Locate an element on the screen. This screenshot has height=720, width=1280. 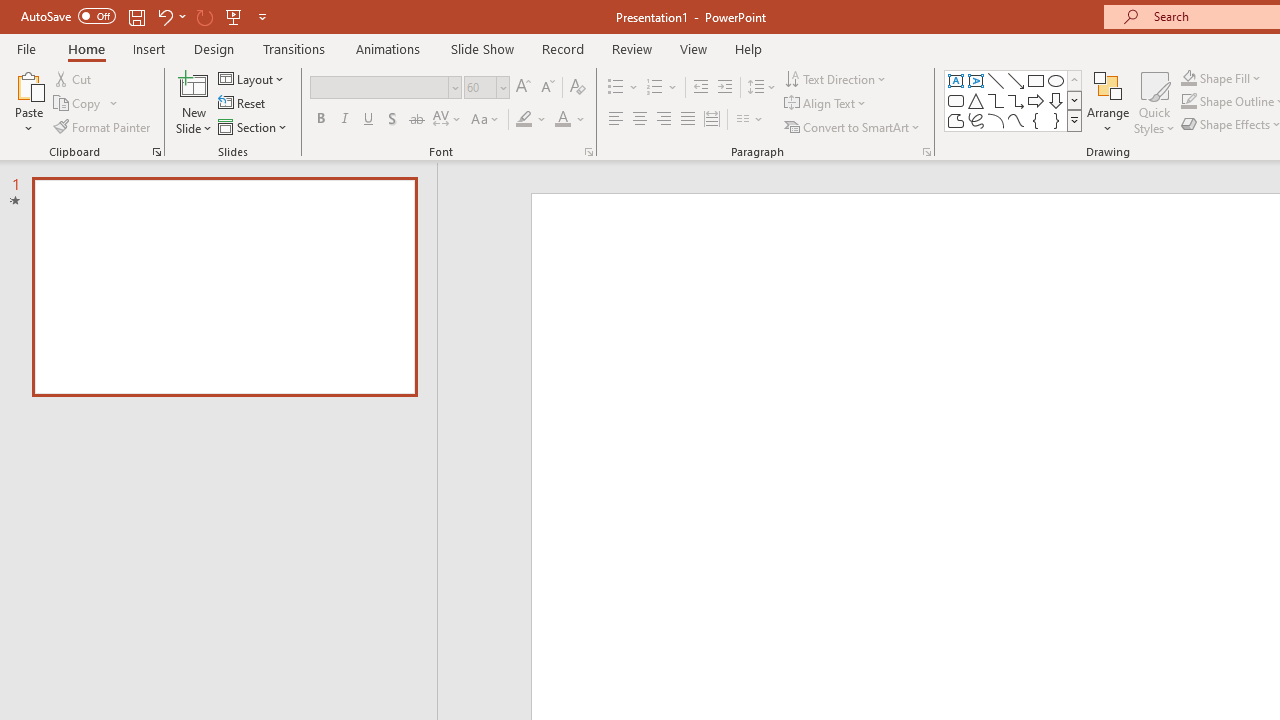
'Copy' is located at coordinates (78, 103).